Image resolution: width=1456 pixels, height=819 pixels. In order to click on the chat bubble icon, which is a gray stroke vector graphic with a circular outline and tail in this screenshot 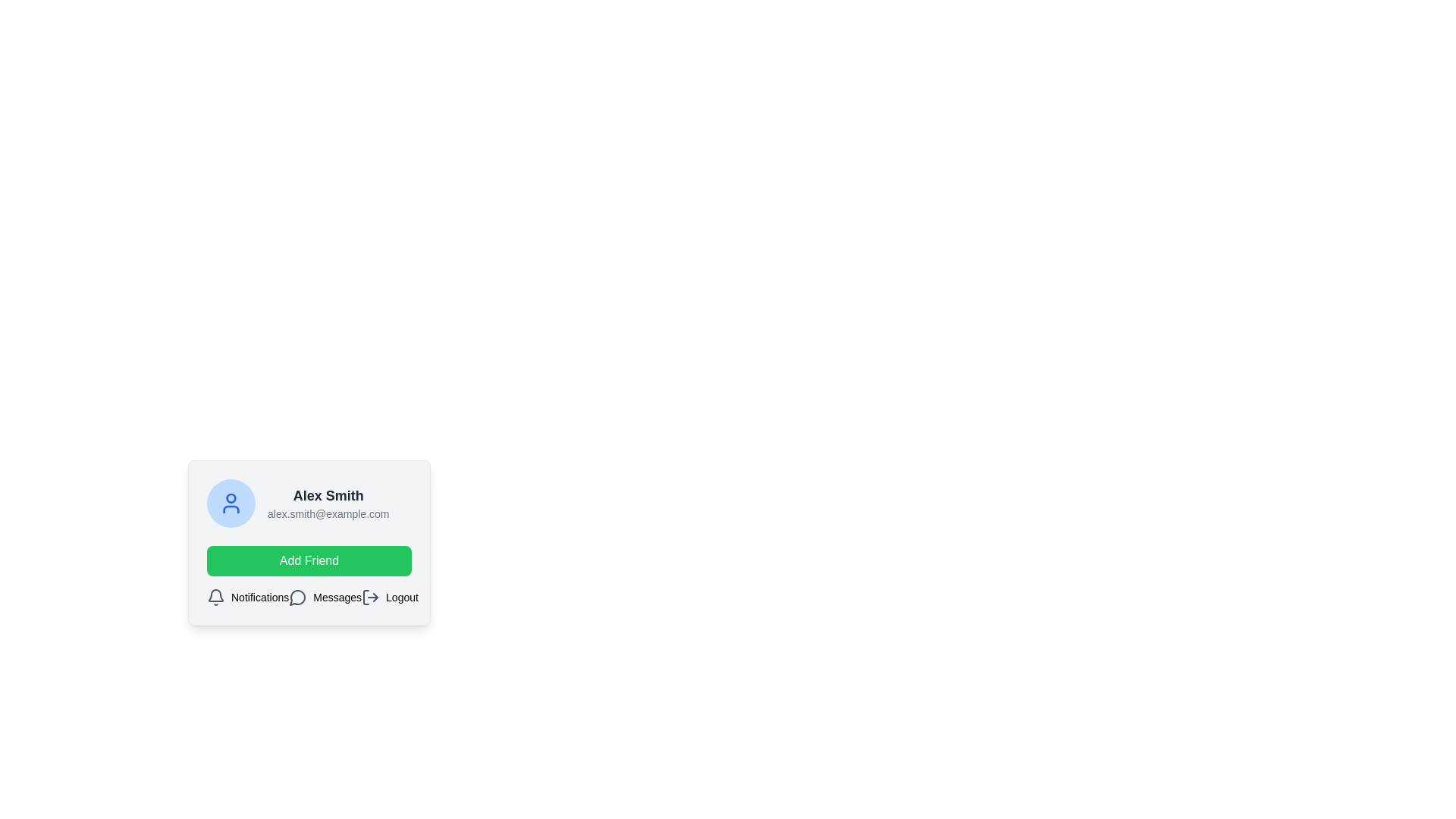, I will do `click(297, 597)`.